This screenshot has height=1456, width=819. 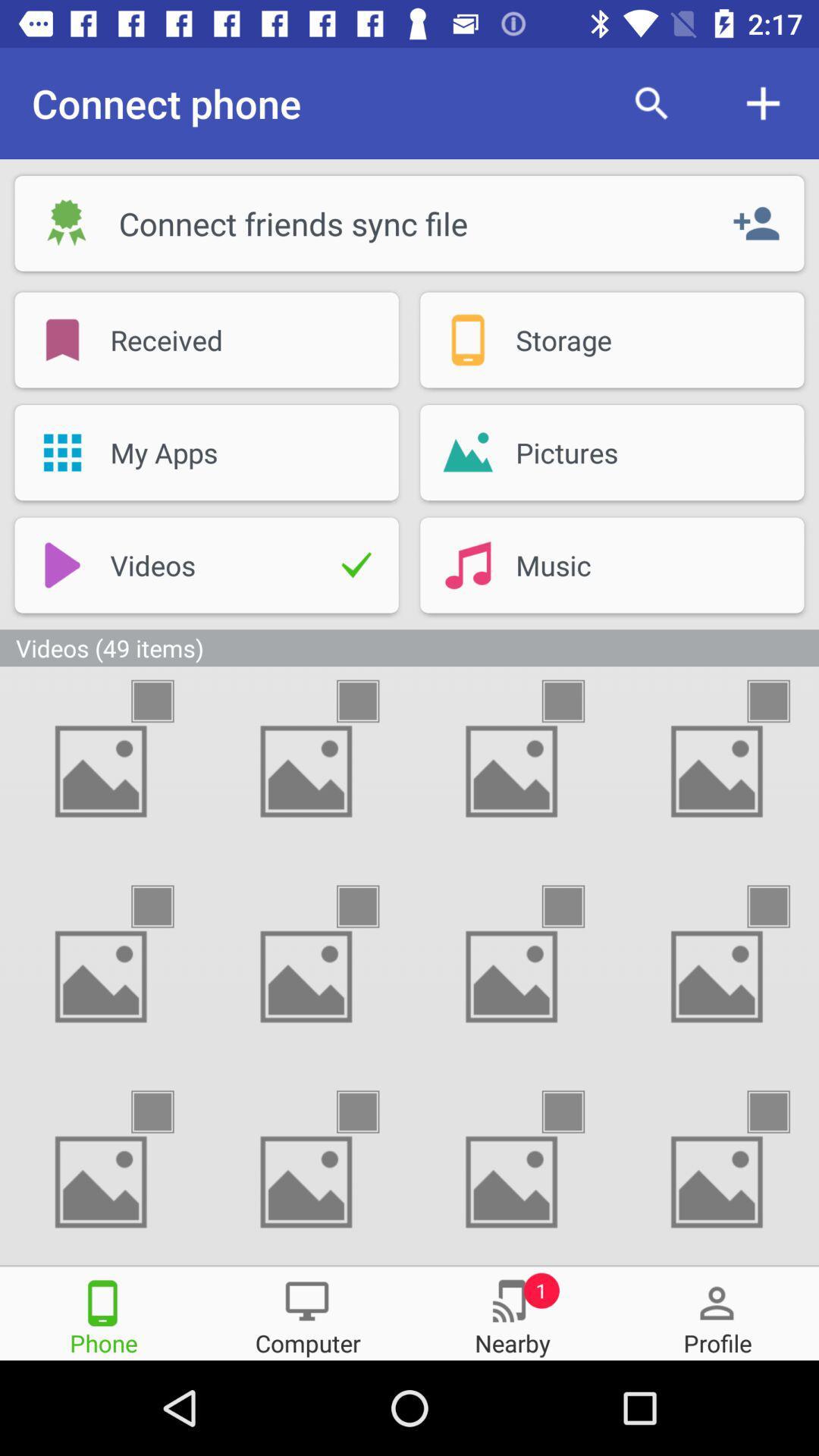 What do you see at coordinates (166, 700) in the screenshot?
I see `delete this video` at bounding box center [166, 700].